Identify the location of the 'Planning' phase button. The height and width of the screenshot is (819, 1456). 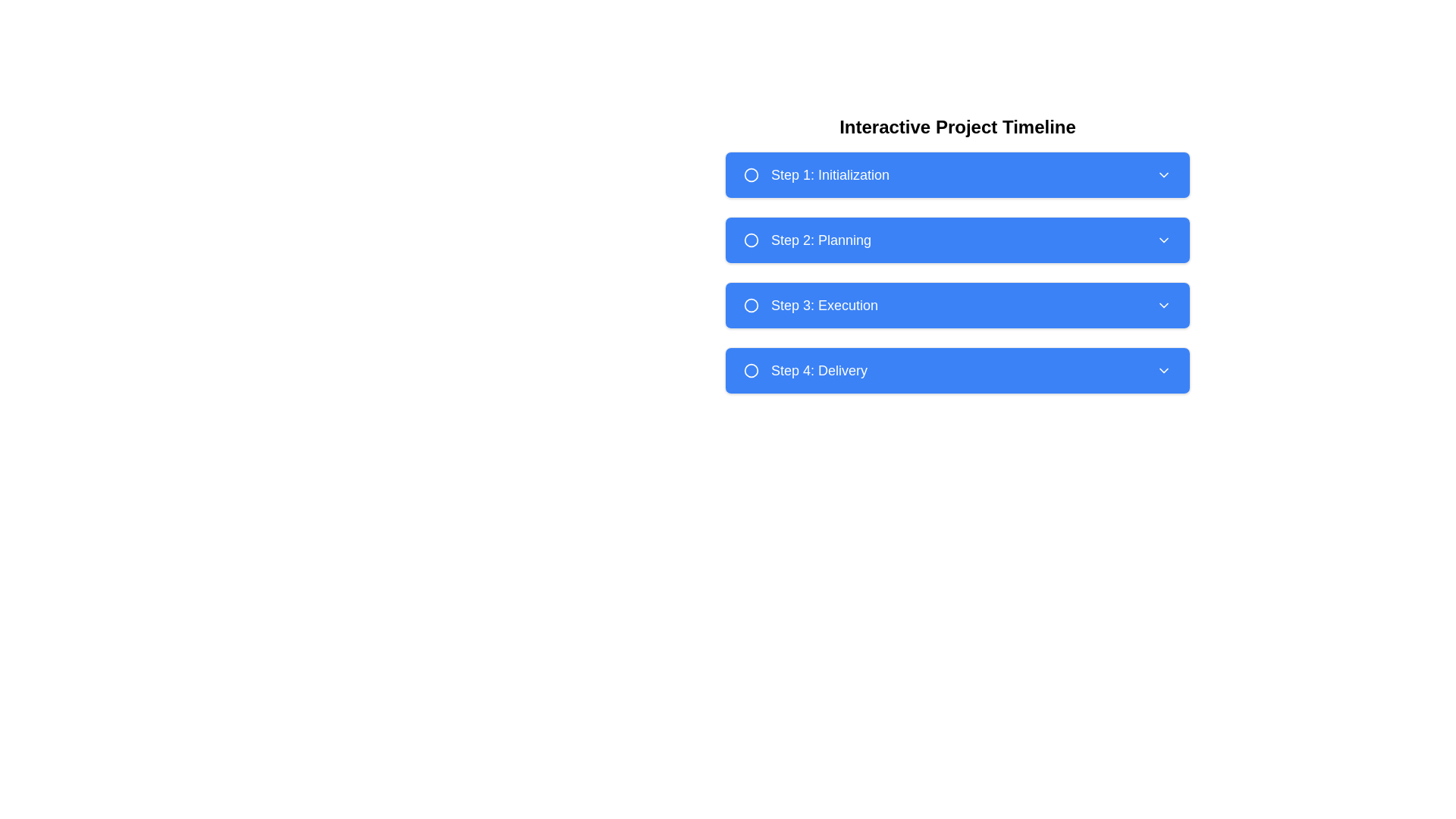
(956, 239).